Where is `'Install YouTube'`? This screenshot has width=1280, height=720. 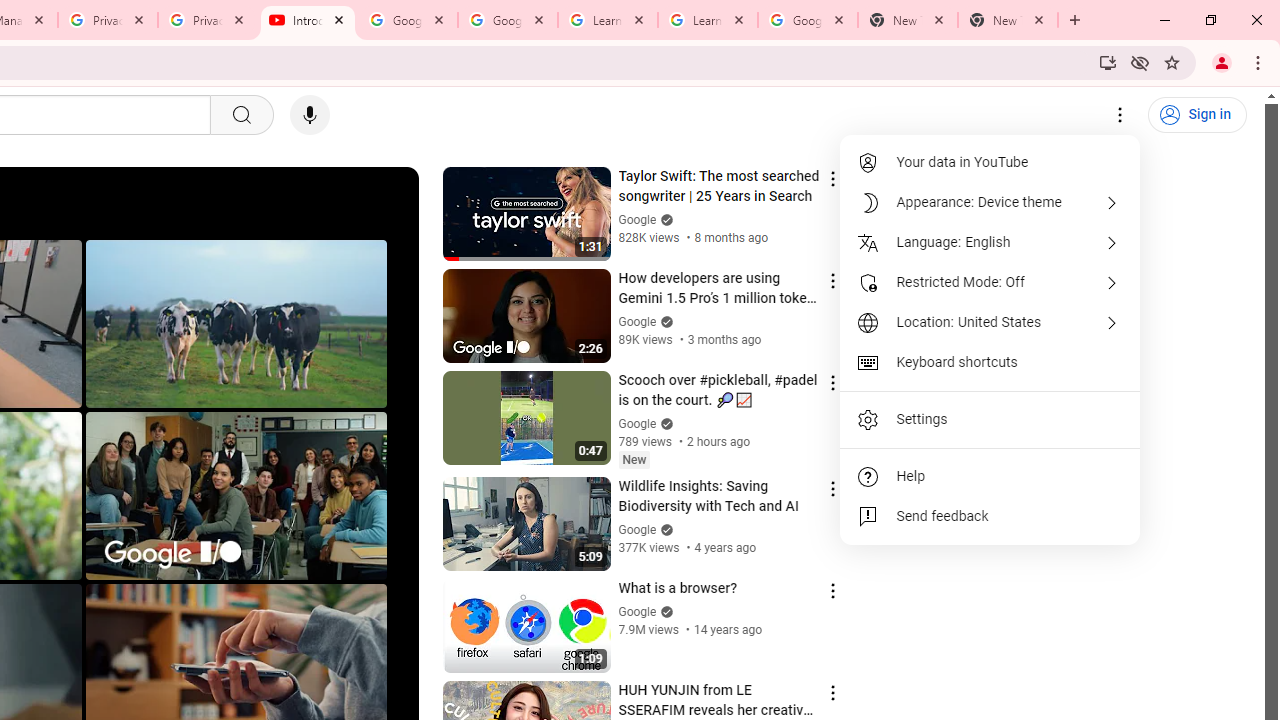
'Install YouTube' is located at coordinates (1106, 61).